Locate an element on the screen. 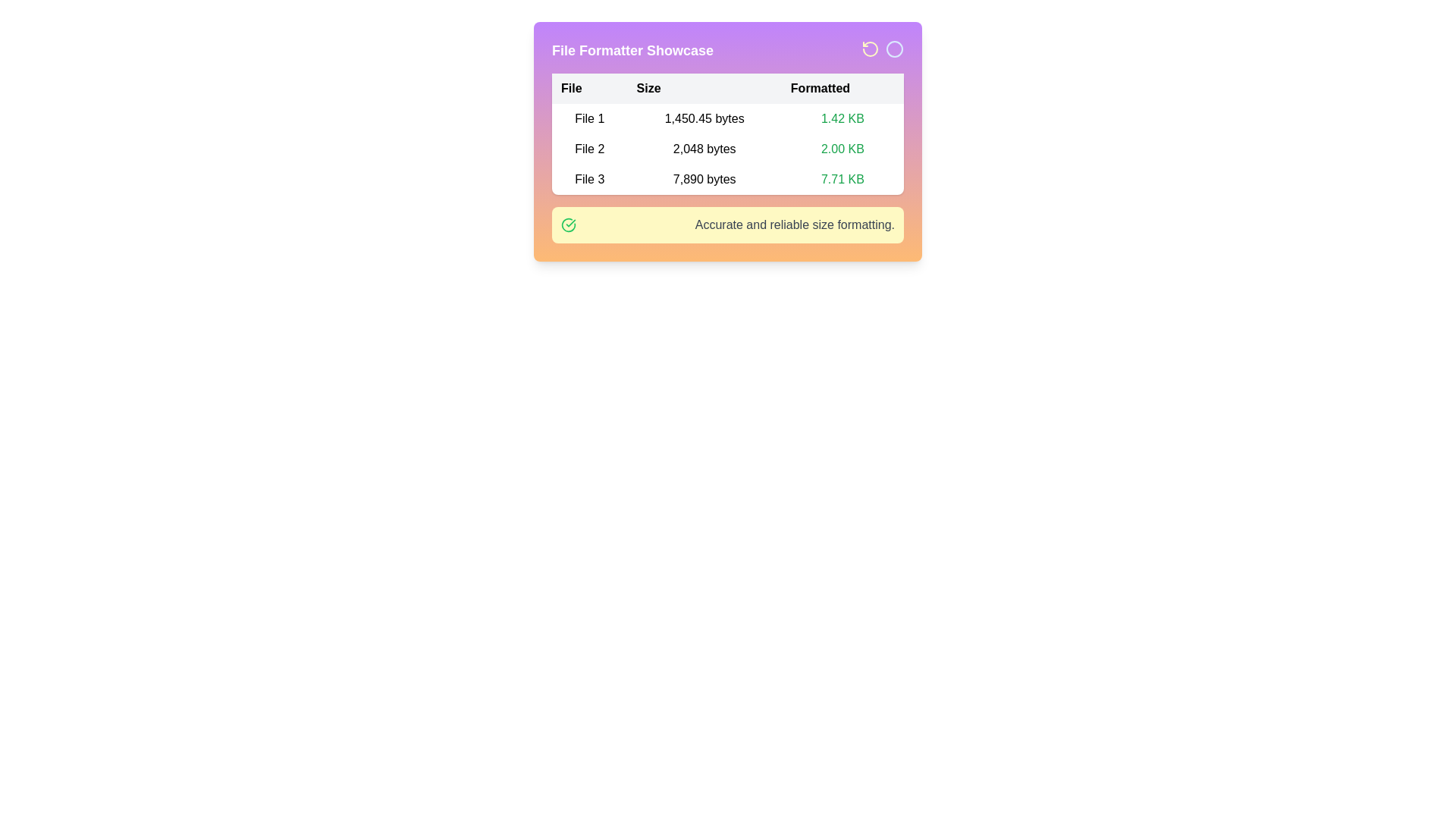 Image resolution: width=1456 pixels, height=819 pixels. the first informational row in the table-like display that shows details about a file, including its name and size, located directly above 'File 2' is located at coordinates (728, 118).